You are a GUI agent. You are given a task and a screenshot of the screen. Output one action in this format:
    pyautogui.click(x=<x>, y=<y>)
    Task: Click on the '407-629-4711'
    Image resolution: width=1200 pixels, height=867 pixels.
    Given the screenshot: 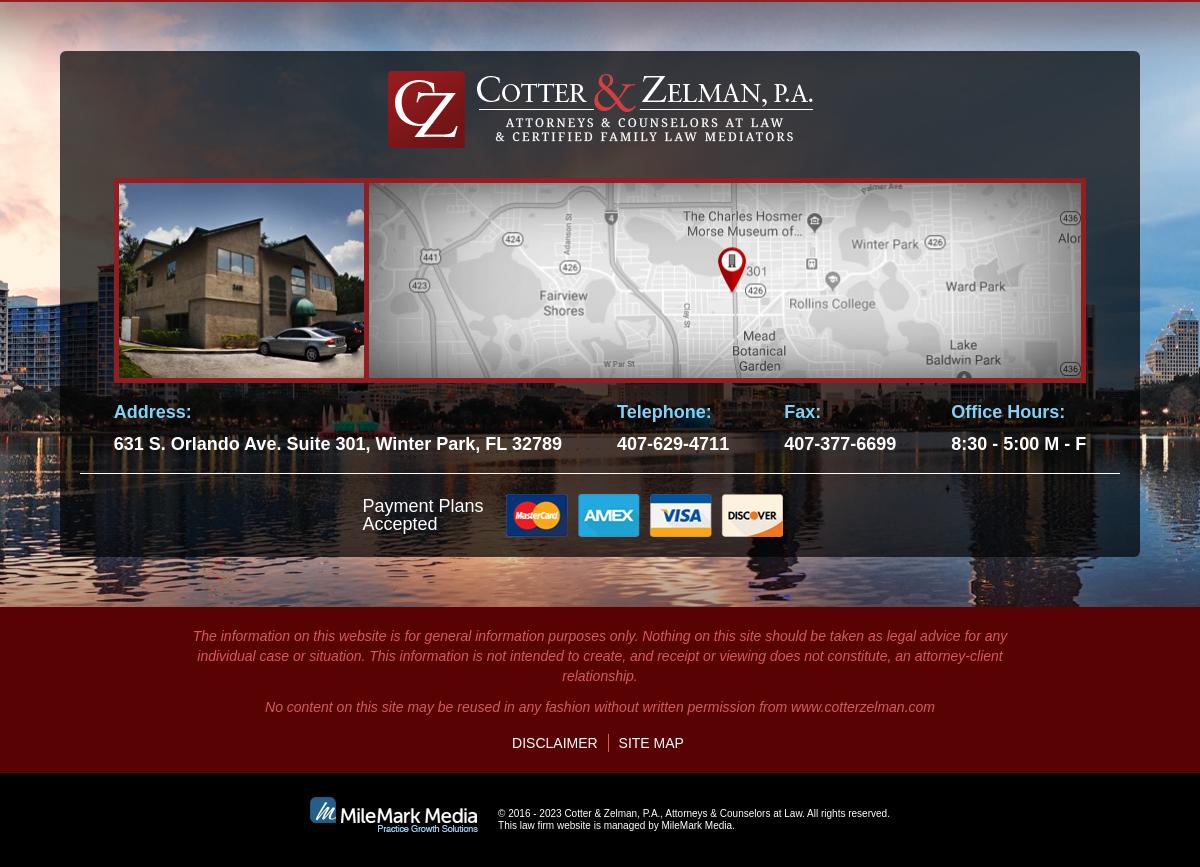 What is the action you would take?
    pyautogui.click(x=672, y=442)
    